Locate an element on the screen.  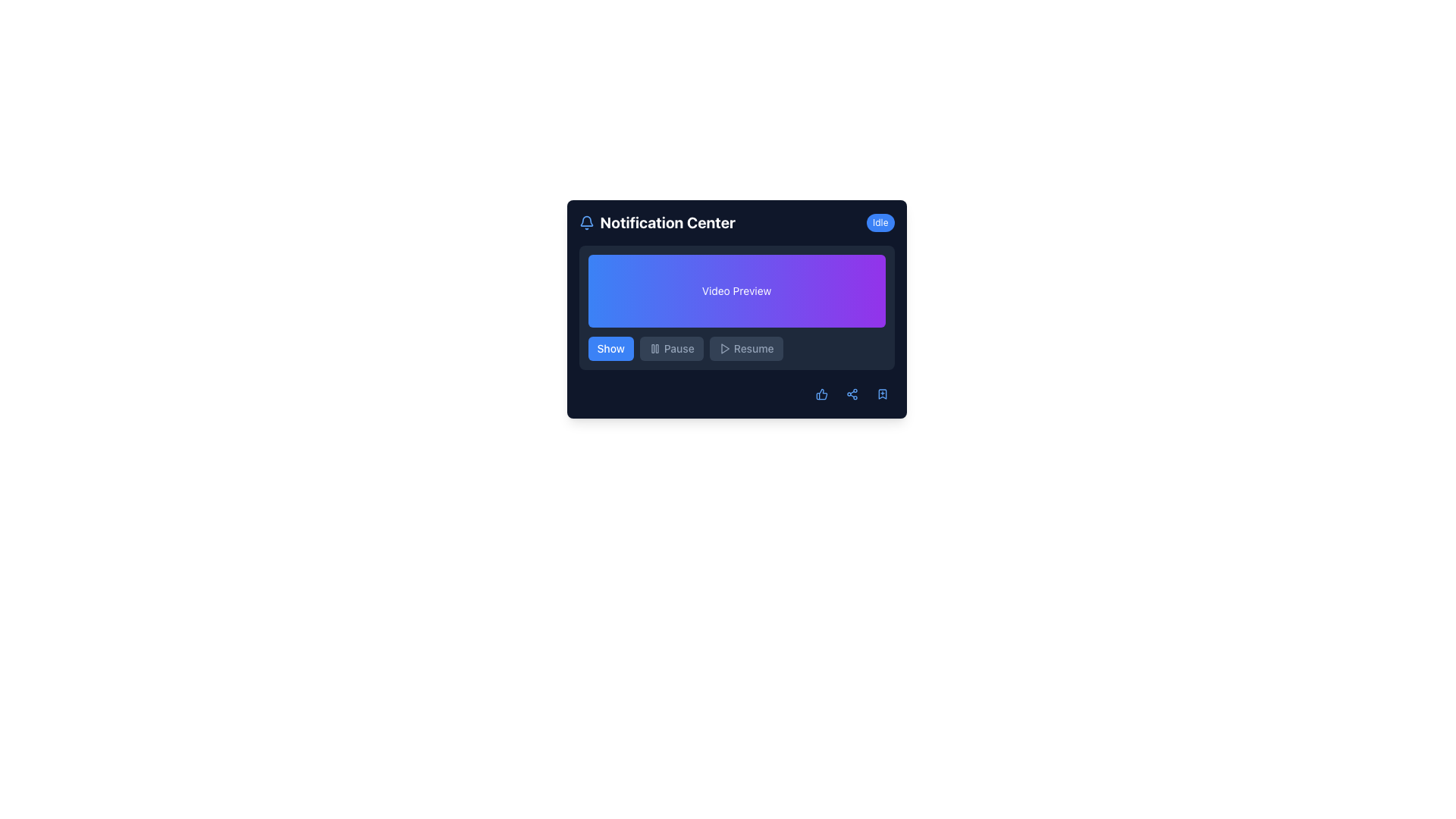
the Play Button icon located at the bottom-center of the interface is located at coordinates (724, 348).